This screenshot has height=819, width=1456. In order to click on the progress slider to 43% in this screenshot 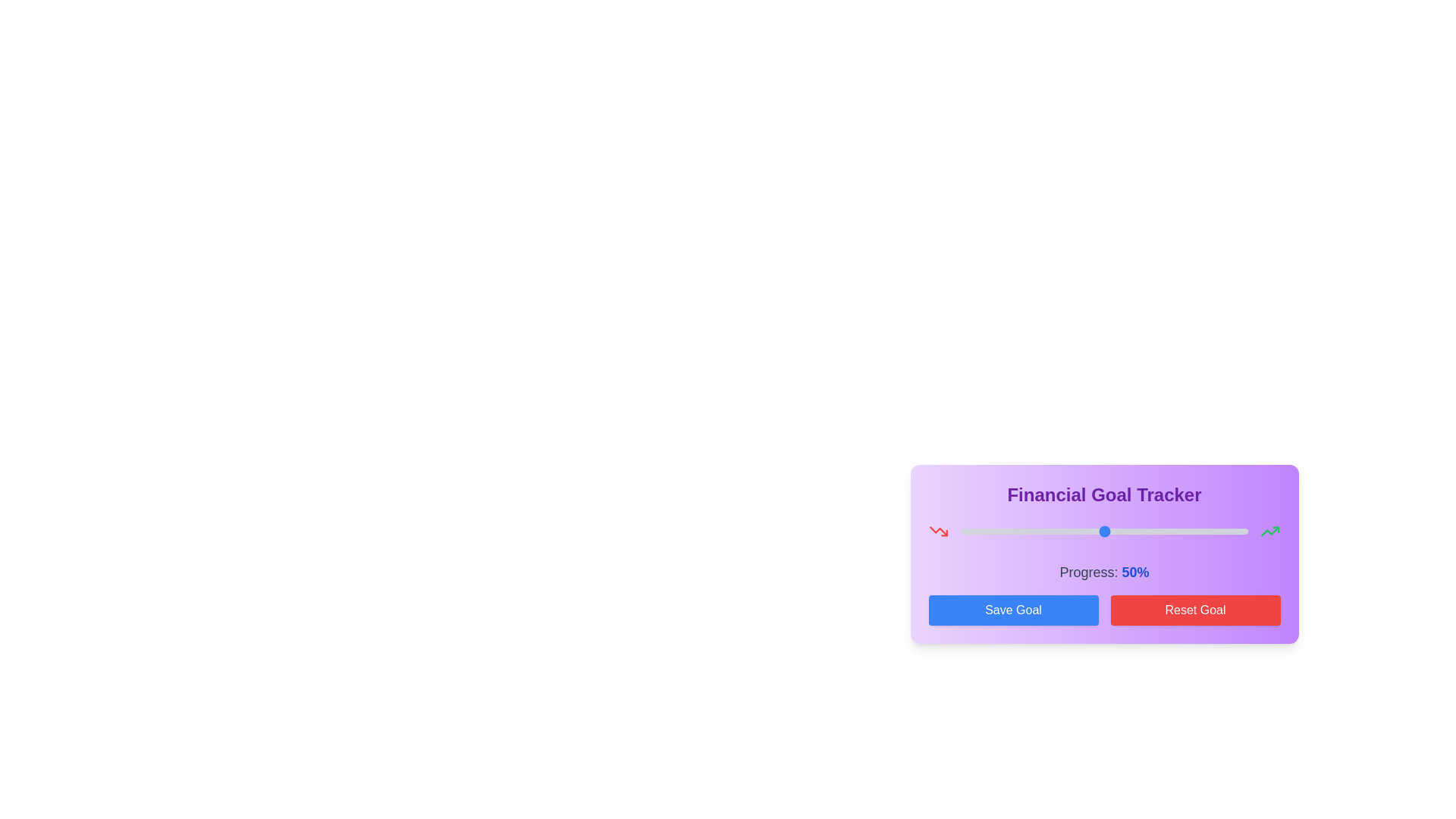, I will do `click(1084, 531)`.